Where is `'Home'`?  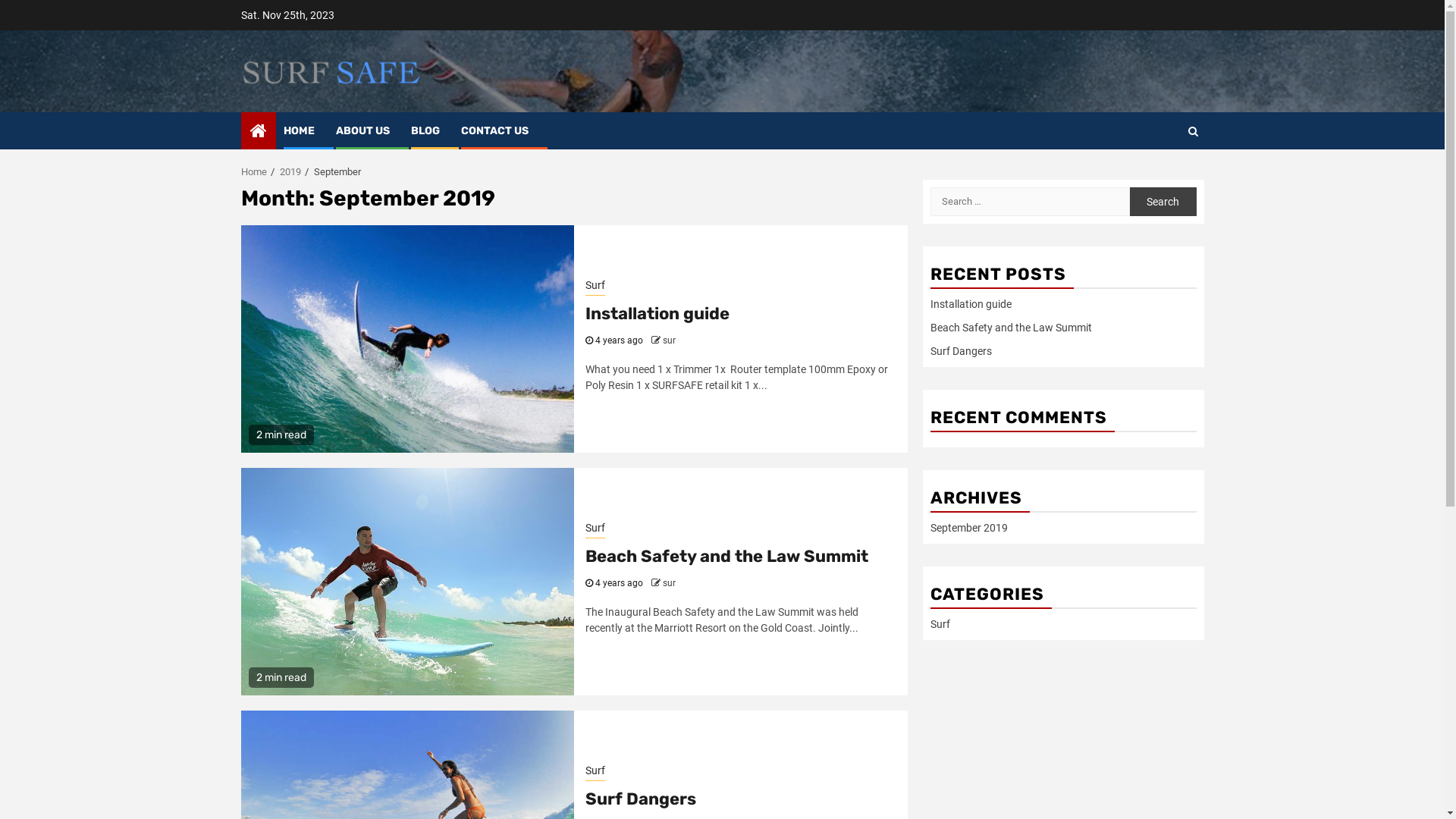 'Home' is located at coordinates (254, 171).